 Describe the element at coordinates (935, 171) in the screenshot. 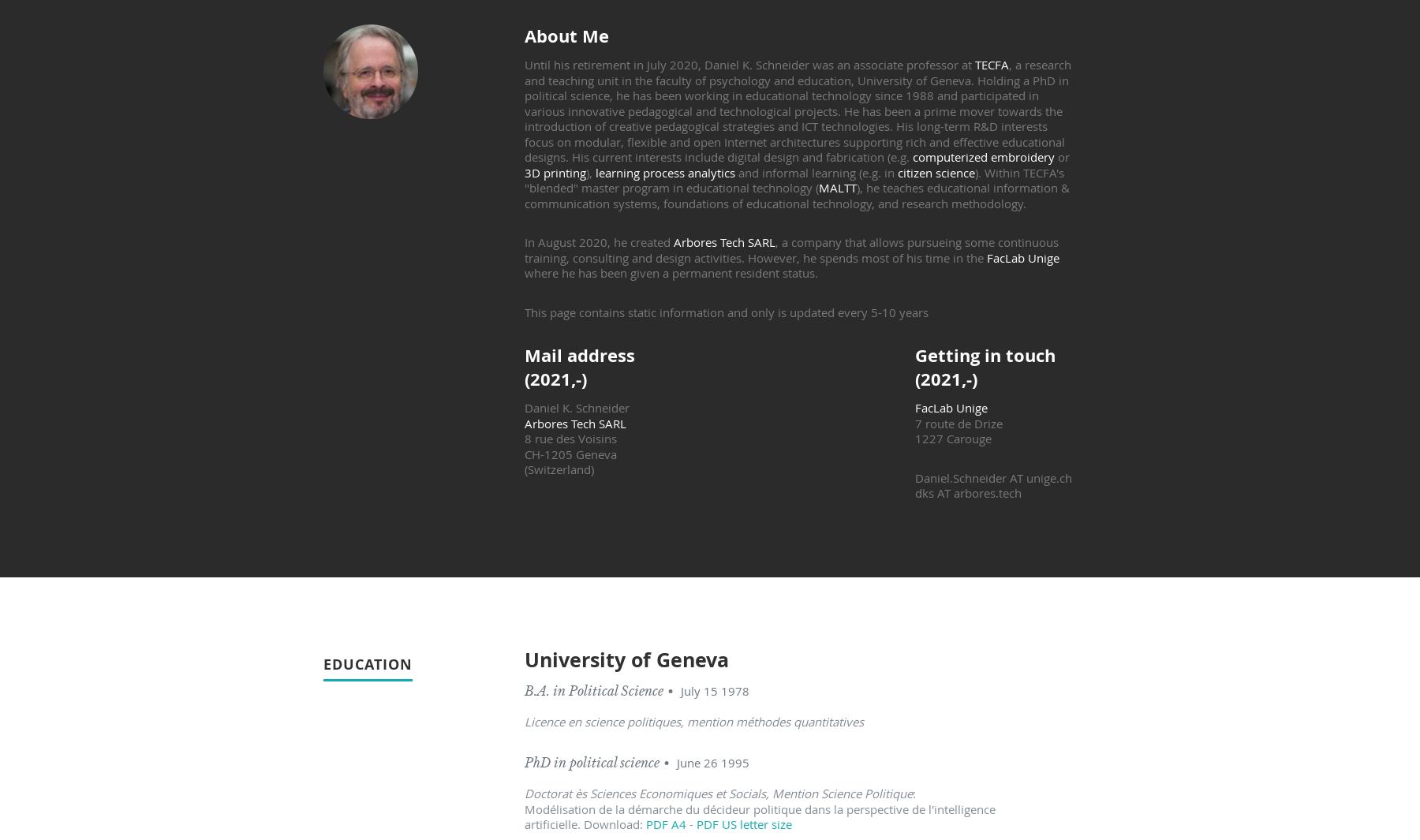

I see `'citizen science'` at that location.